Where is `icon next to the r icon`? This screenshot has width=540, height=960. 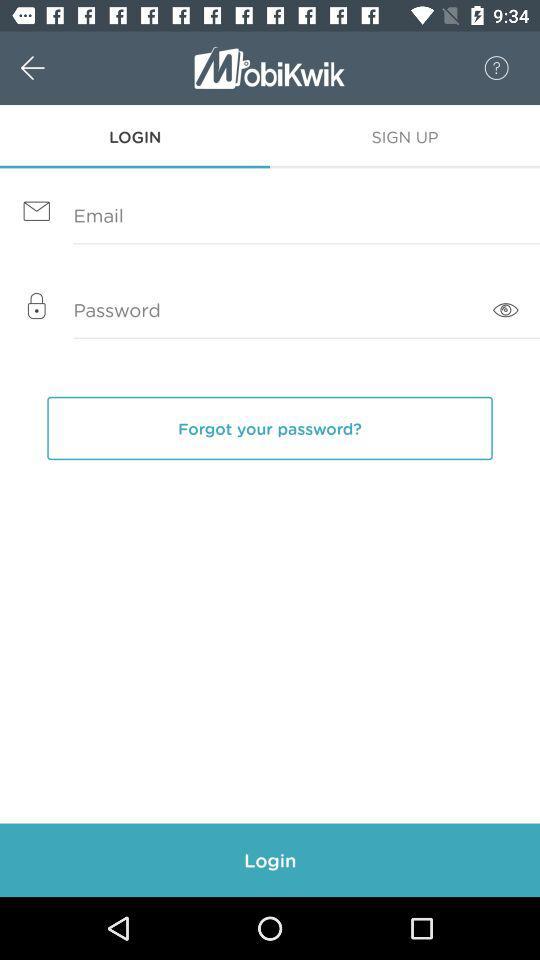 icon next to the r icon is located at coordinates (54, 68).